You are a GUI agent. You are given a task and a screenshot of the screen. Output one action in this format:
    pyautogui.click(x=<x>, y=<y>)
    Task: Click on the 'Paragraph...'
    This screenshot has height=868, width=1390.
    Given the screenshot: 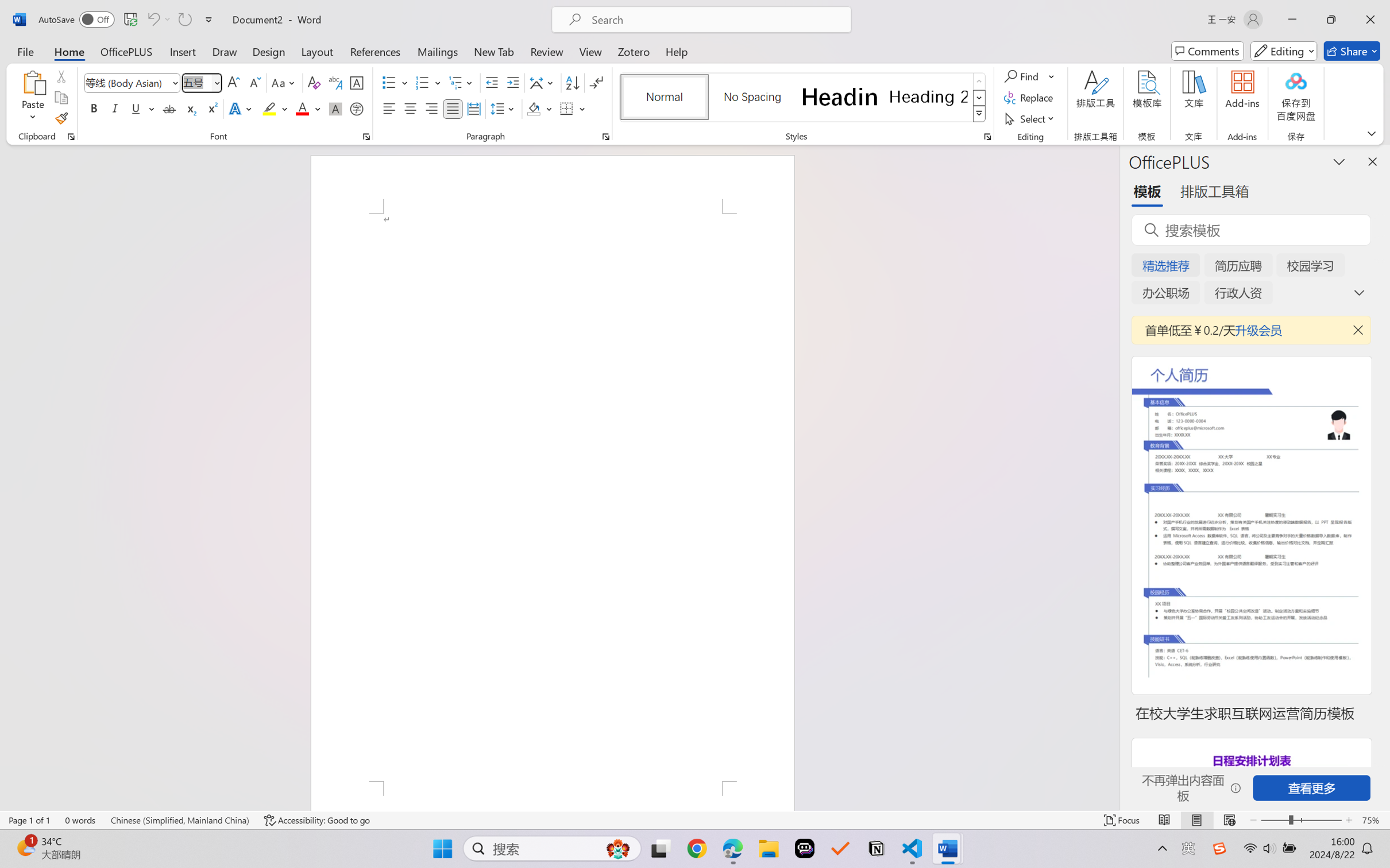 What is the action you would take?
    pyautogui.click(x=605, y=136)
    